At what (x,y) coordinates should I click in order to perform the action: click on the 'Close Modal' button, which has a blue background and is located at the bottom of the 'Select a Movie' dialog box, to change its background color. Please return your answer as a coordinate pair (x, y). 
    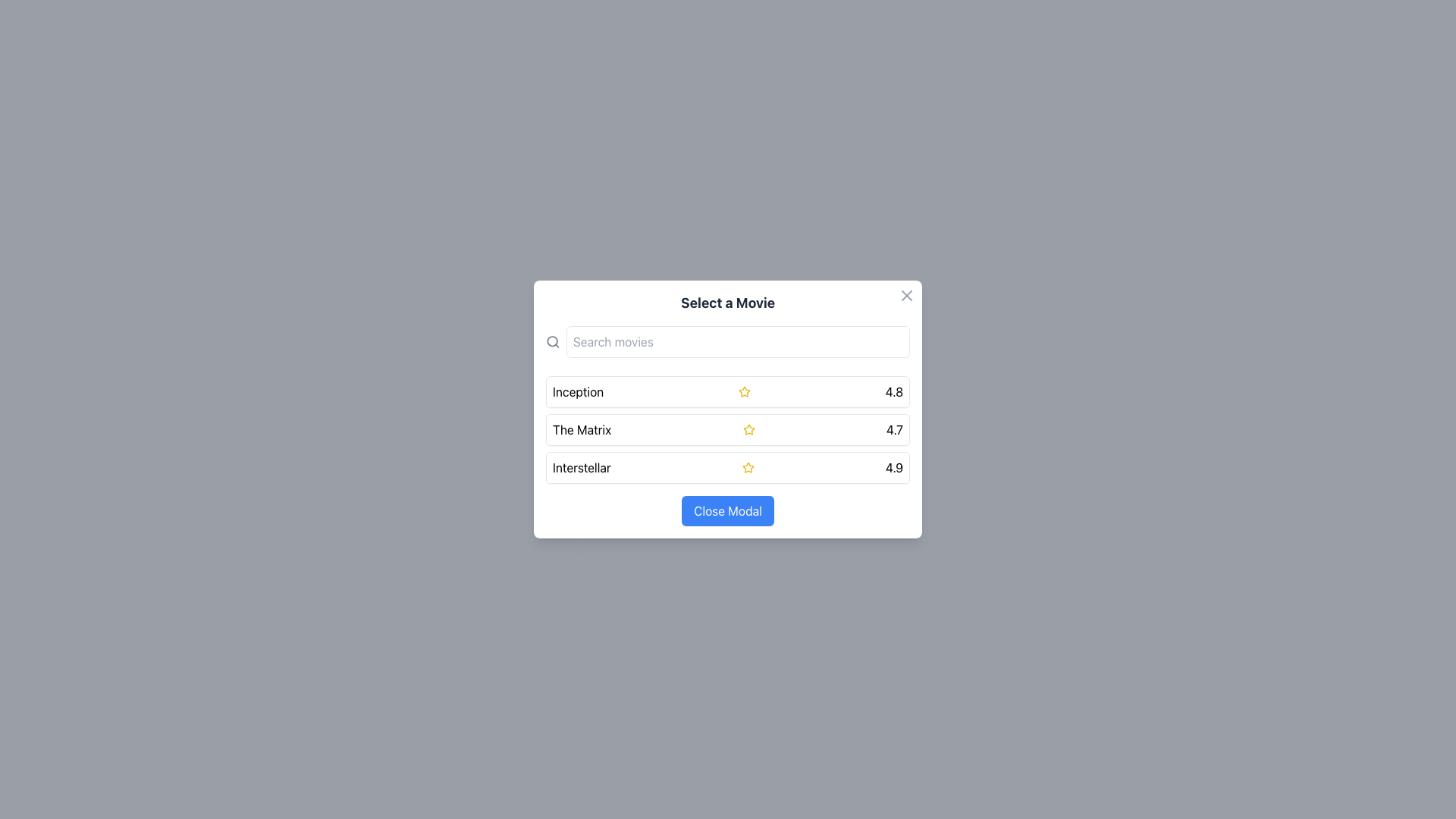
    Looking at the image, I should click on (728, 511).